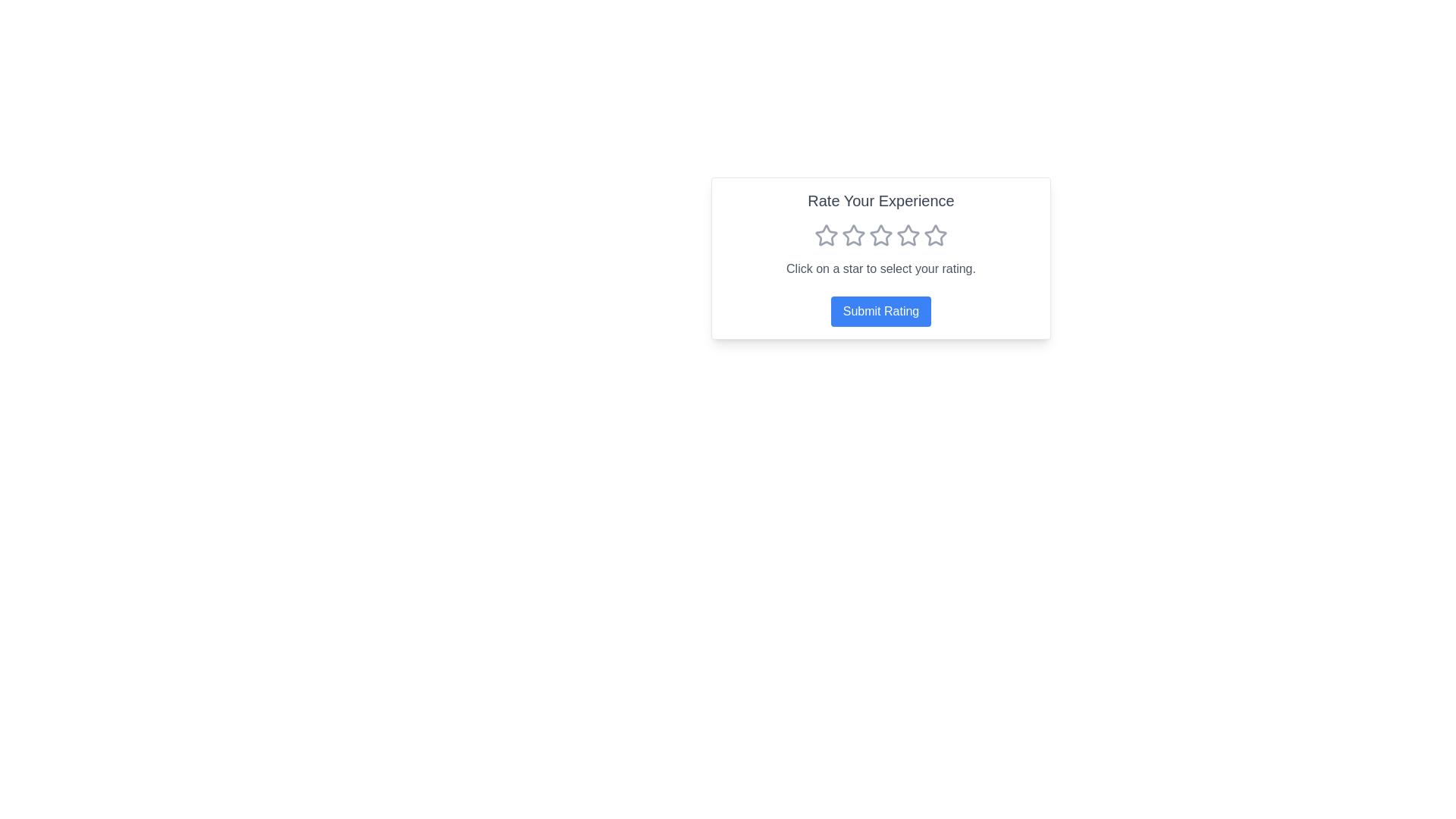  What do you see at coordinates (880, 236) in the screenshot?
I see `the fourth star in the rating system located within the 'Rate Your Experience' card` at bounding box center [880, 236].